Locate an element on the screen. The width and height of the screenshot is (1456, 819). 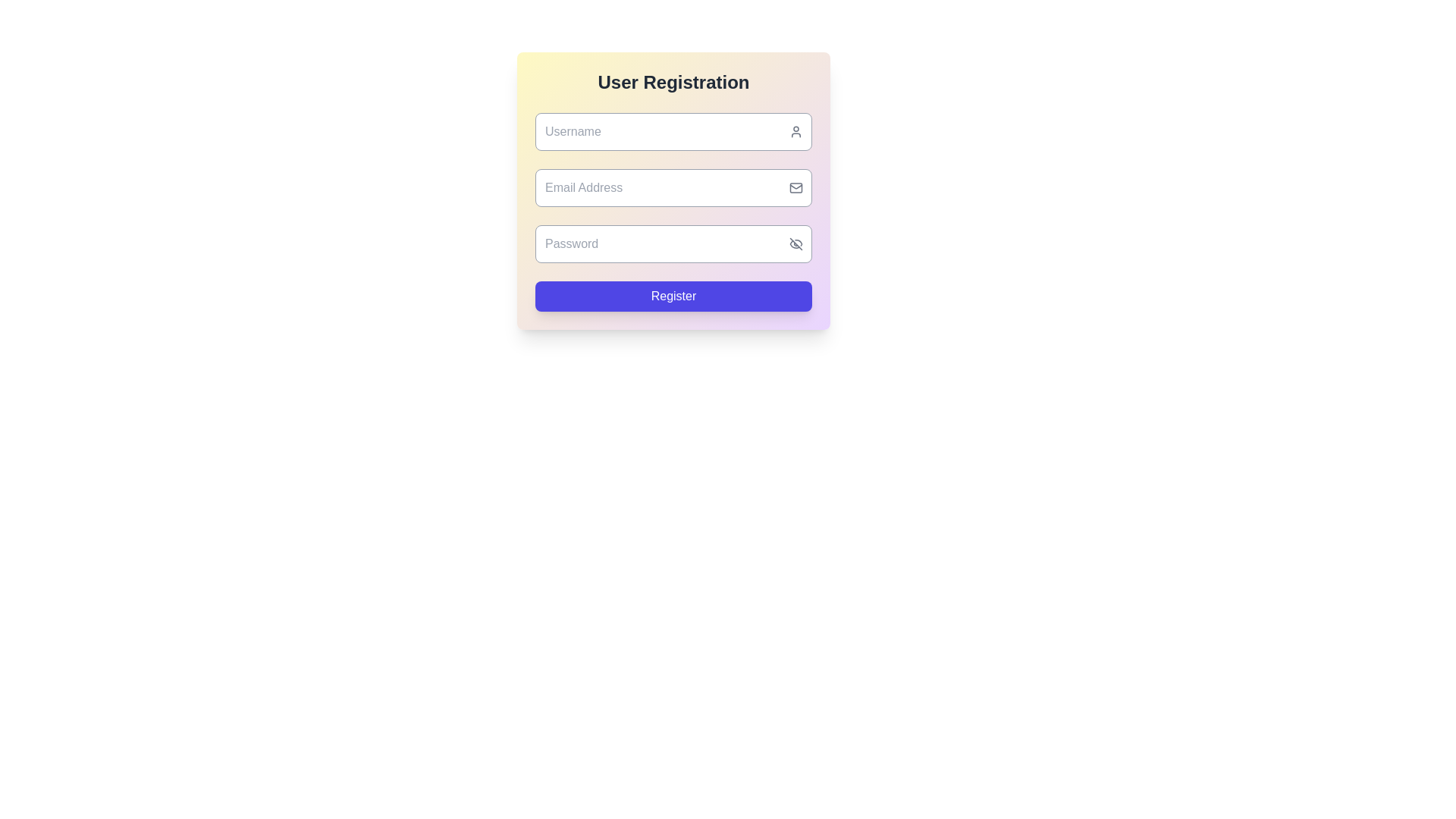
the Password input field in the 'Register' form to focus and type the password is located at coordinates (673, 243).